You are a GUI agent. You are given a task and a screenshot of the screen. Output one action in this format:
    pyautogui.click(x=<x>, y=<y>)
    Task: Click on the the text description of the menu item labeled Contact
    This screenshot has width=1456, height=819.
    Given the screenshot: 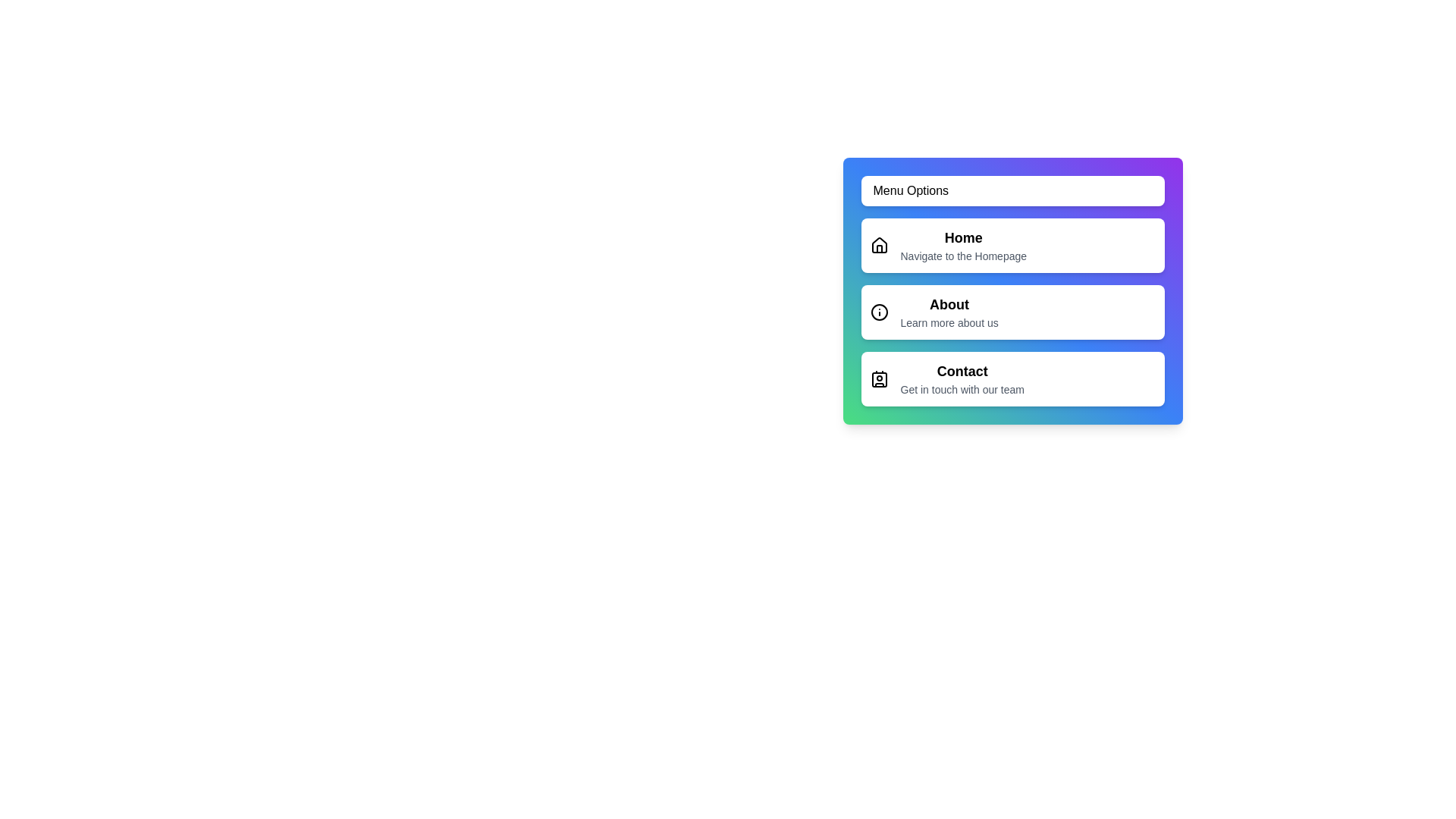 What is the action you would take?
    pyautogui.click(x=962, y=388)
    